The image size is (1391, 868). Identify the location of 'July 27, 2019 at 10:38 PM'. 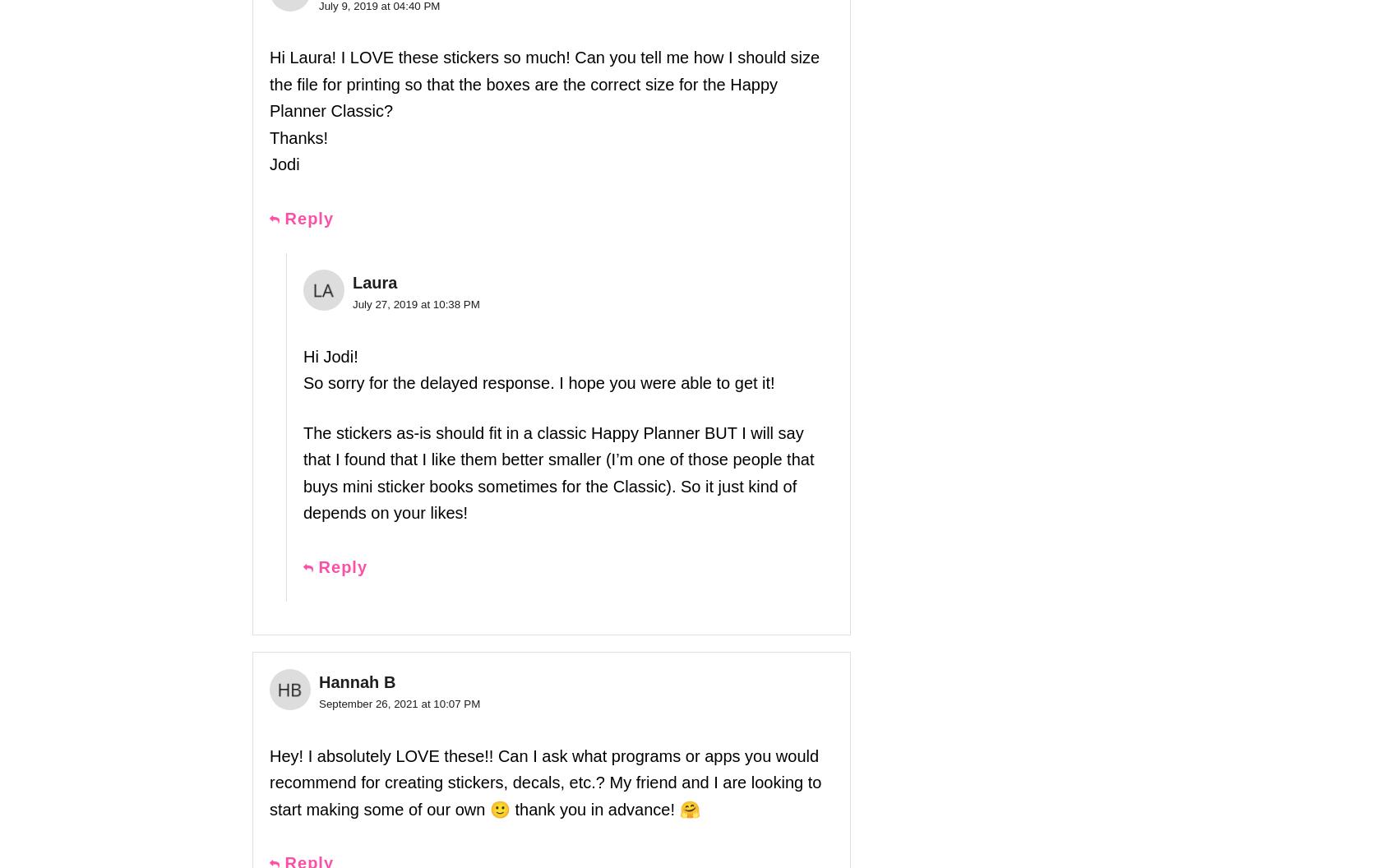
(351, 303).